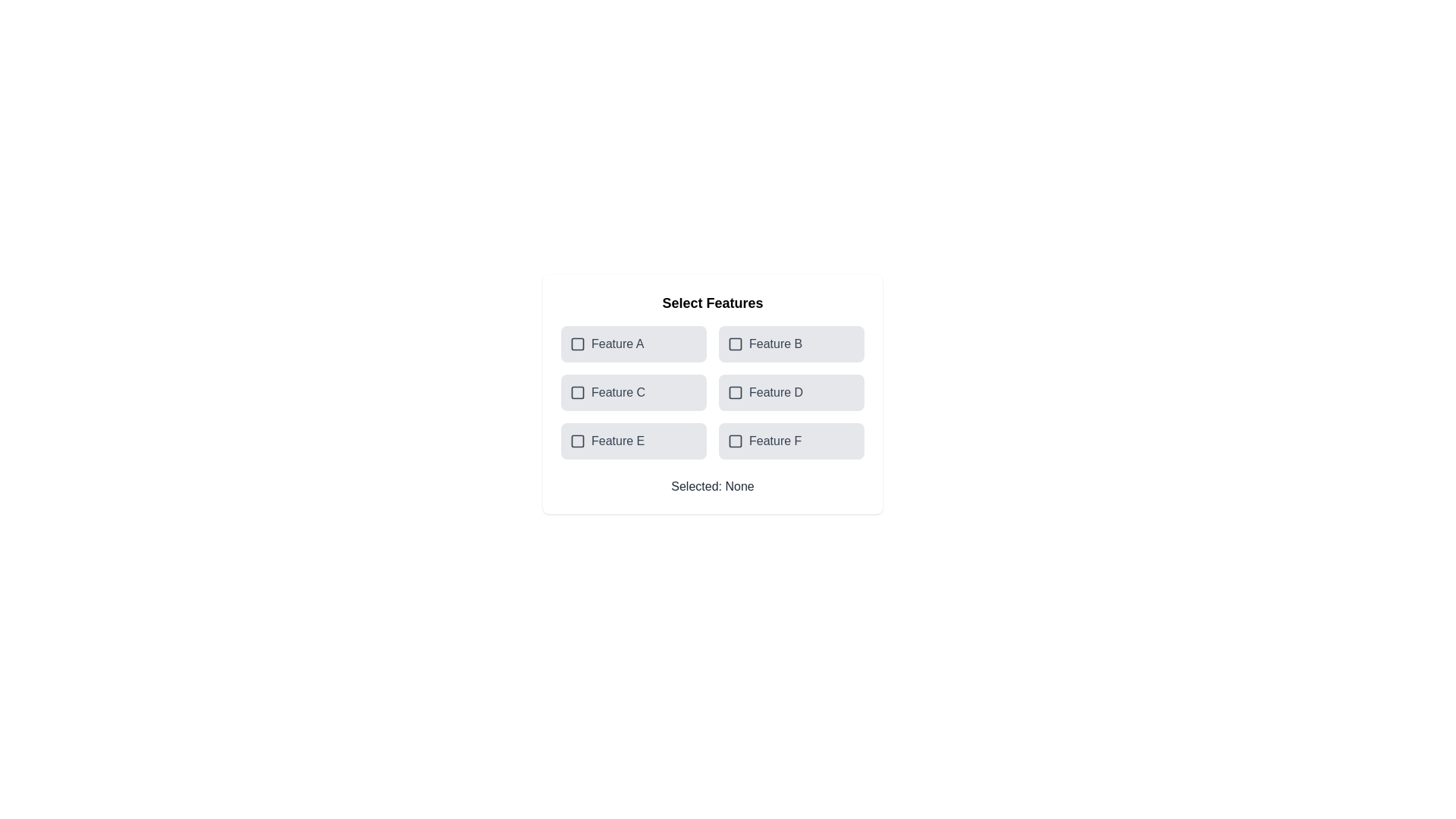 This screenshot has height=819, width=1456. Describe the element at coordinates (776, 391) in the screenshot. I see `text label displaying 'Feature D' within the fourth feature item located in the second column of the second row of the grid` at that location.